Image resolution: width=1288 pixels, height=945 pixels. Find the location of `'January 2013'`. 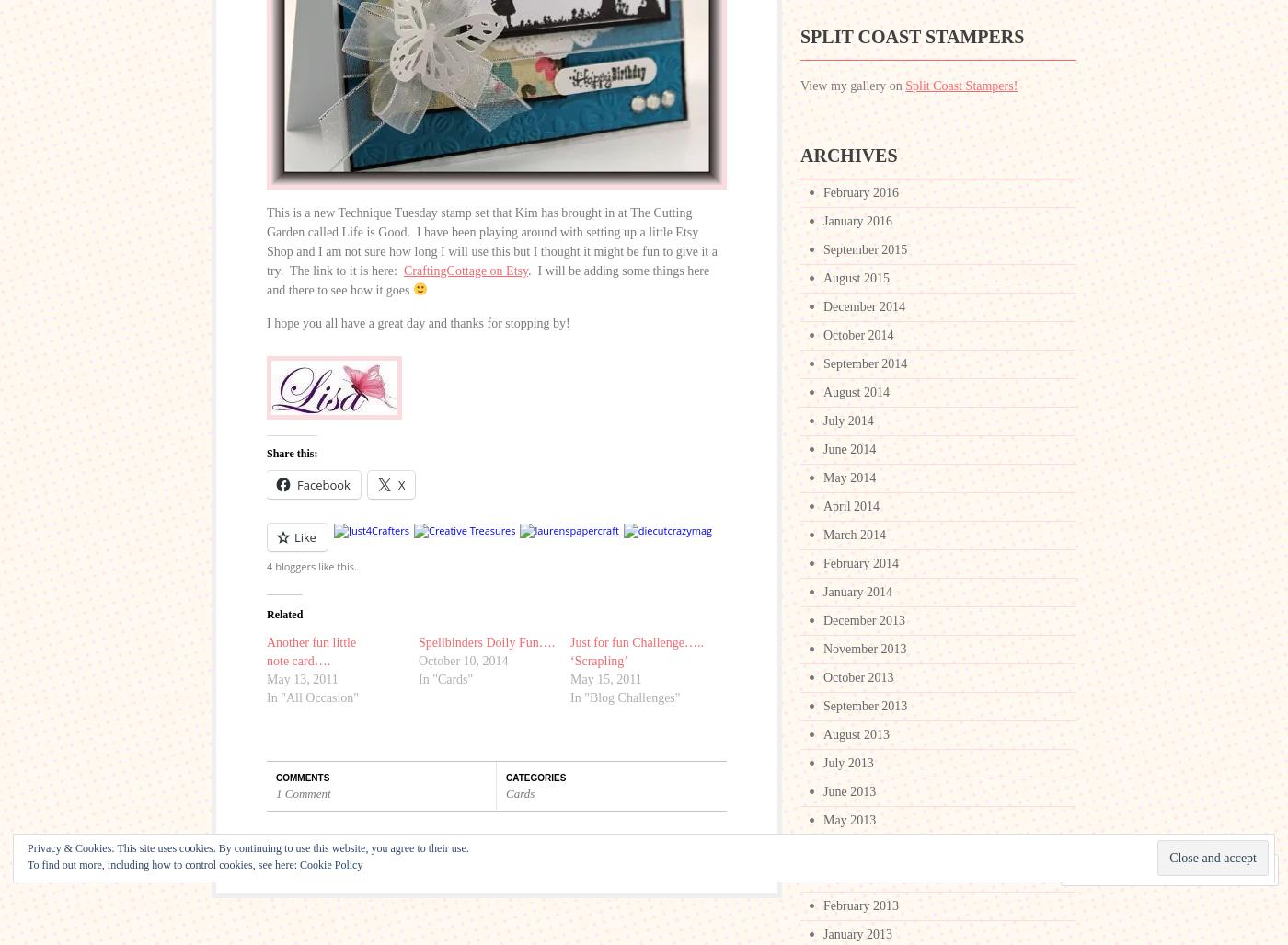

'January 2013' is located at coordinates (822, 933).